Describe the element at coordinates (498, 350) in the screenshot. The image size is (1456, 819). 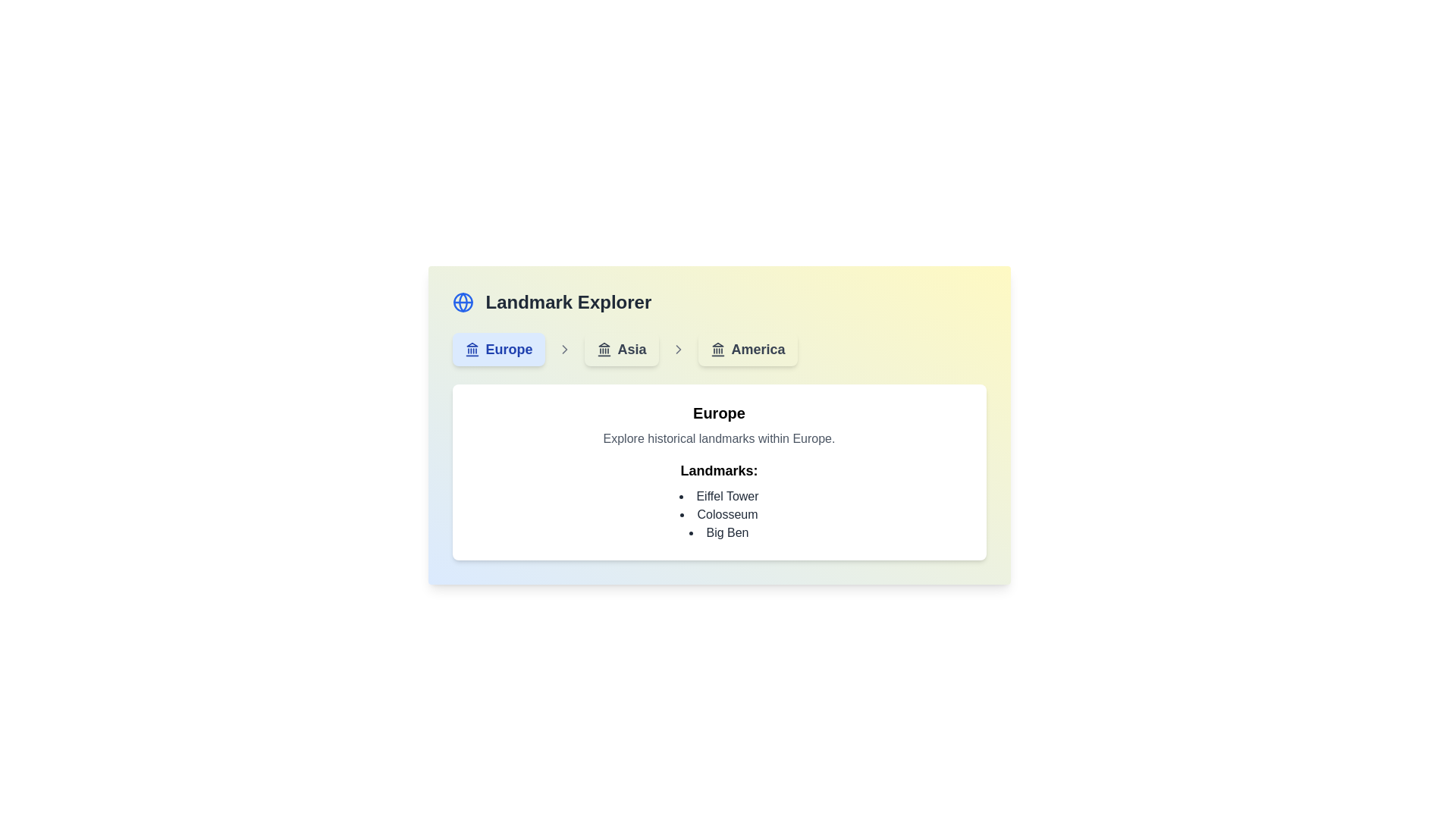
I see `the navigation button for the 'Europe' section` at that location.